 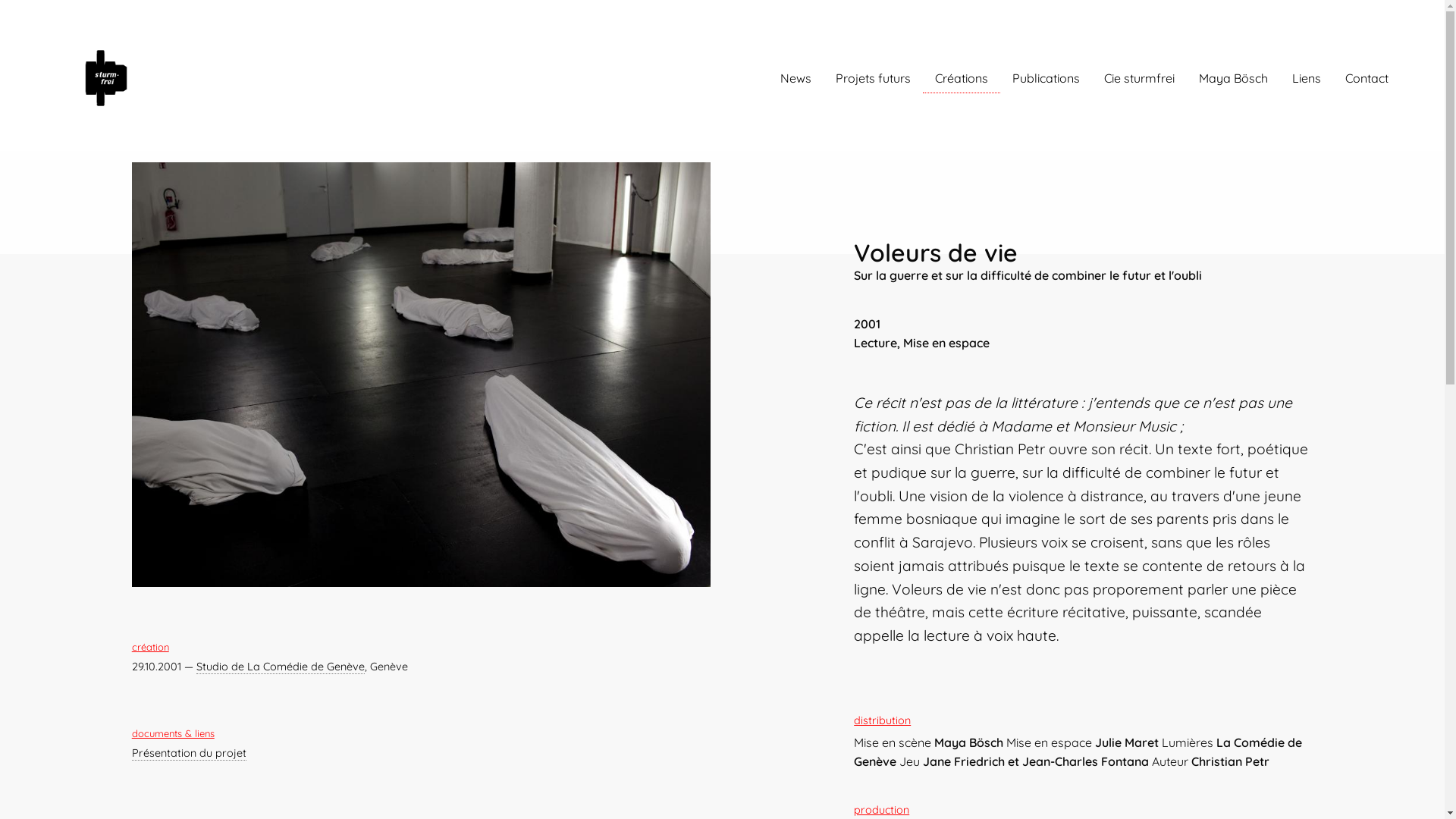 I want to click on 'Liens', so click(x=1306, y=78).